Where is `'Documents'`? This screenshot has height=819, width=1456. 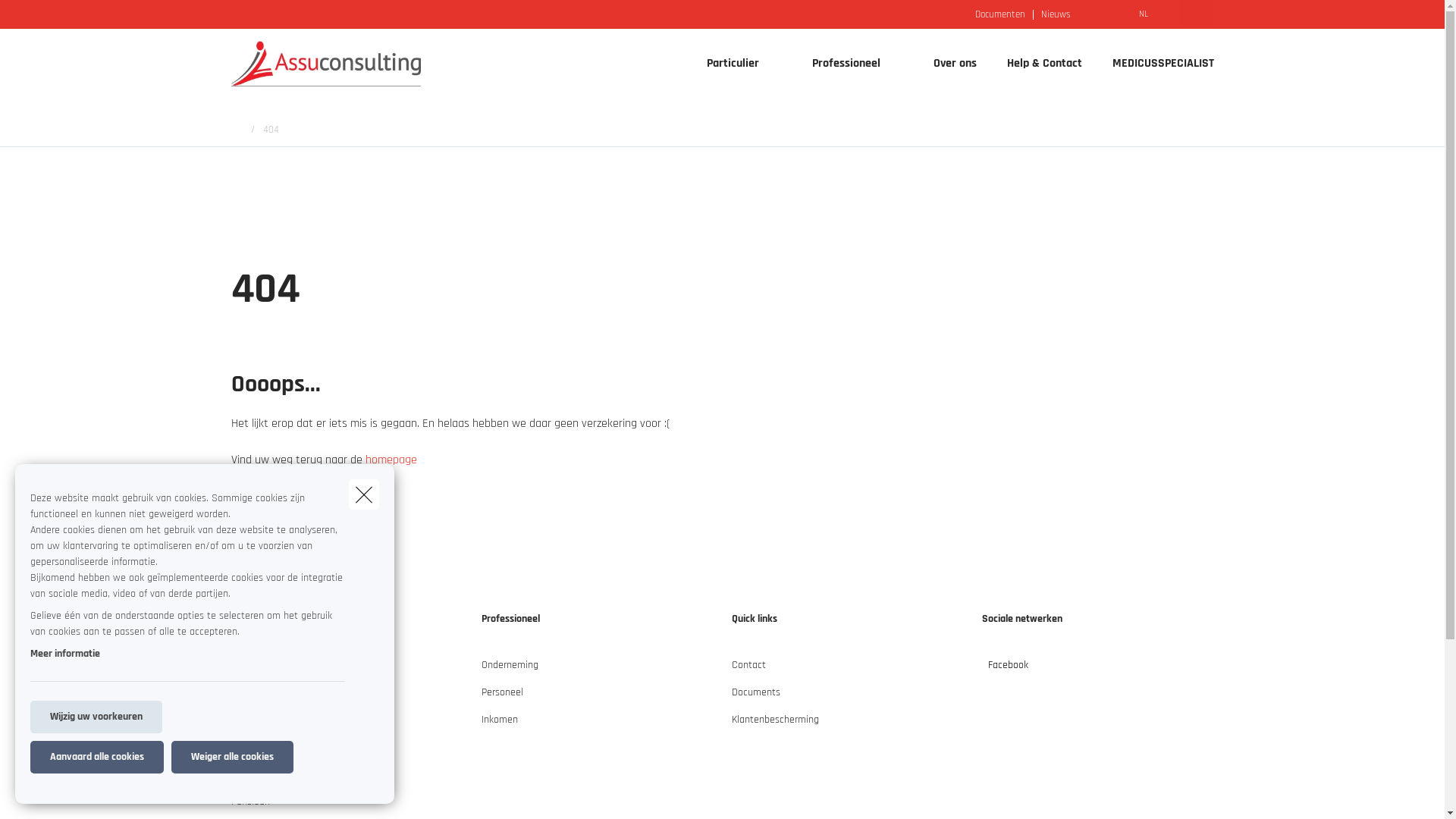 'Documents' is located at coordinates (755, 698).